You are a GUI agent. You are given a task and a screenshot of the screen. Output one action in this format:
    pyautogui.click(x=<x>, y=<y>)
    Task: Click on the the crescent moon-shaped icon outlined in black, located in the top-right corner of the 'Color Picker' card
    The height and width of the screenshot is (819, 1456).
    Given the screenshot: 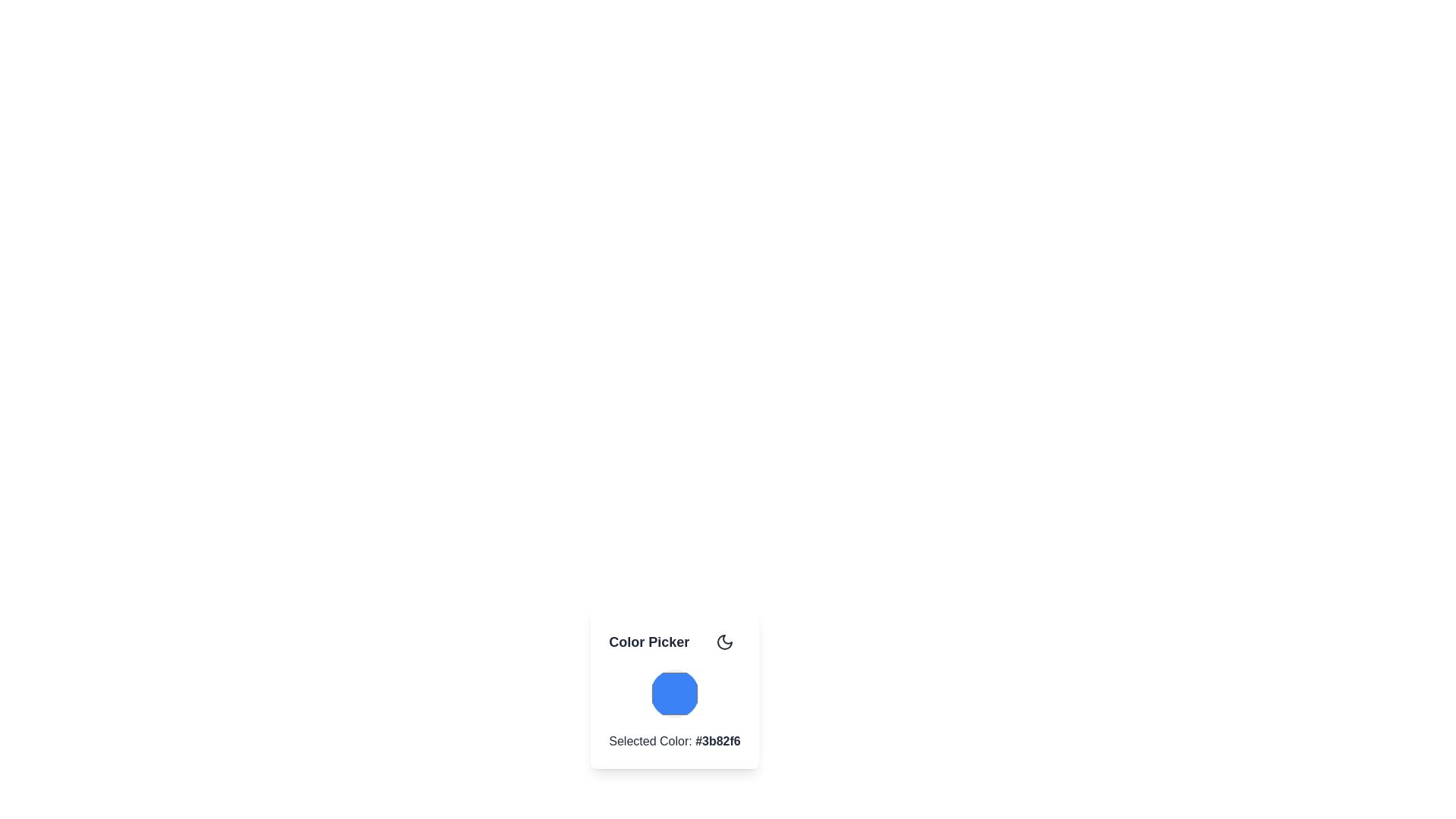 What is the action you would take?
    pyautogui.click(x=724, y=642)
    